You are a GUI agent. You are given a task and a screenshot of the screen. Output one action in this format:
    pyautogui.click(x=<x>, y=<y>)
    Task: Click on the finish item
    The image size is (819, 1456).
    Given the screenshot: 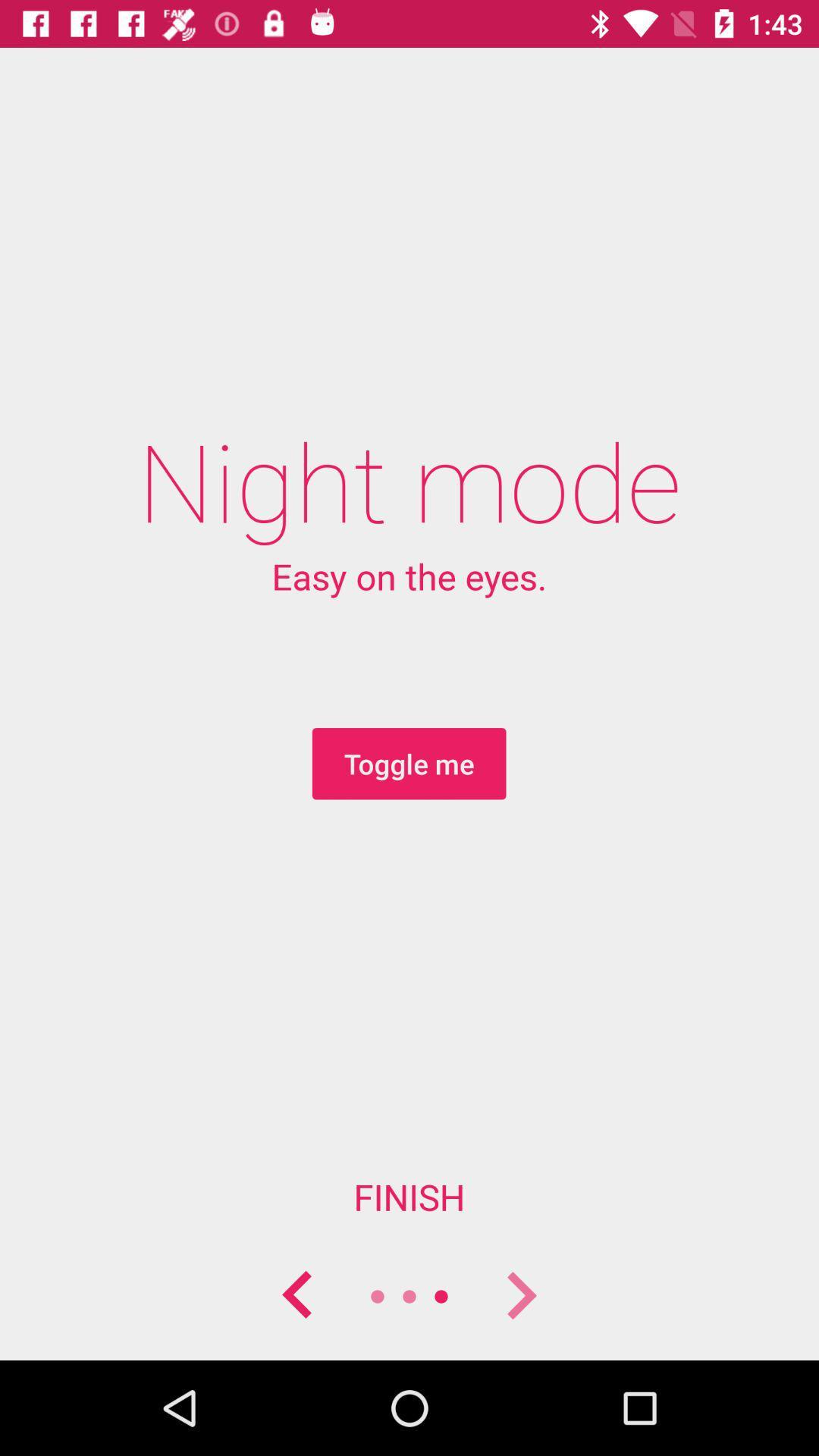 What is the action you would take?
    pyautogui.click(x=409, y=1196)
    